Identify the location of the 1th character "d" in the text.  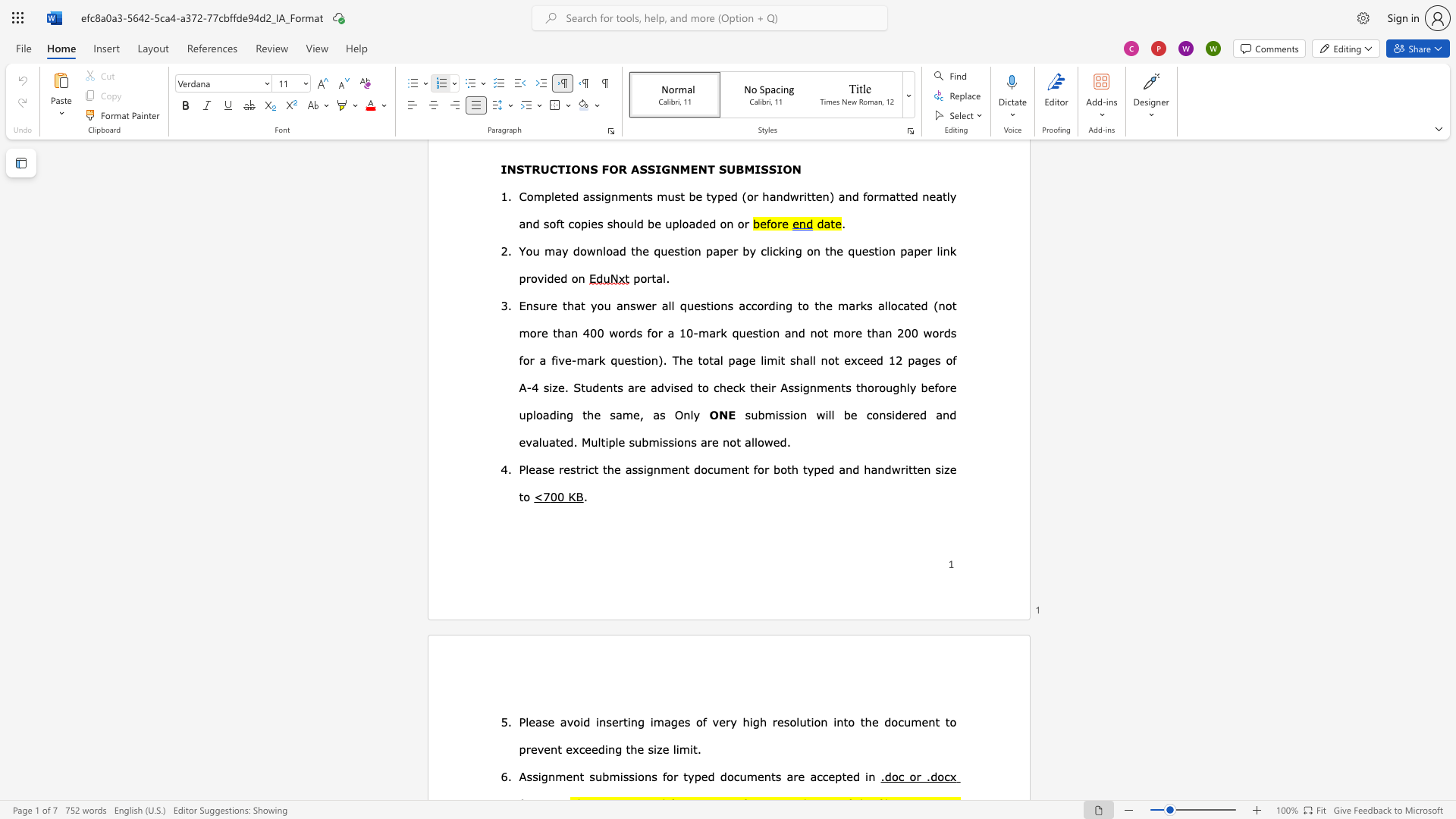
(830, 468).